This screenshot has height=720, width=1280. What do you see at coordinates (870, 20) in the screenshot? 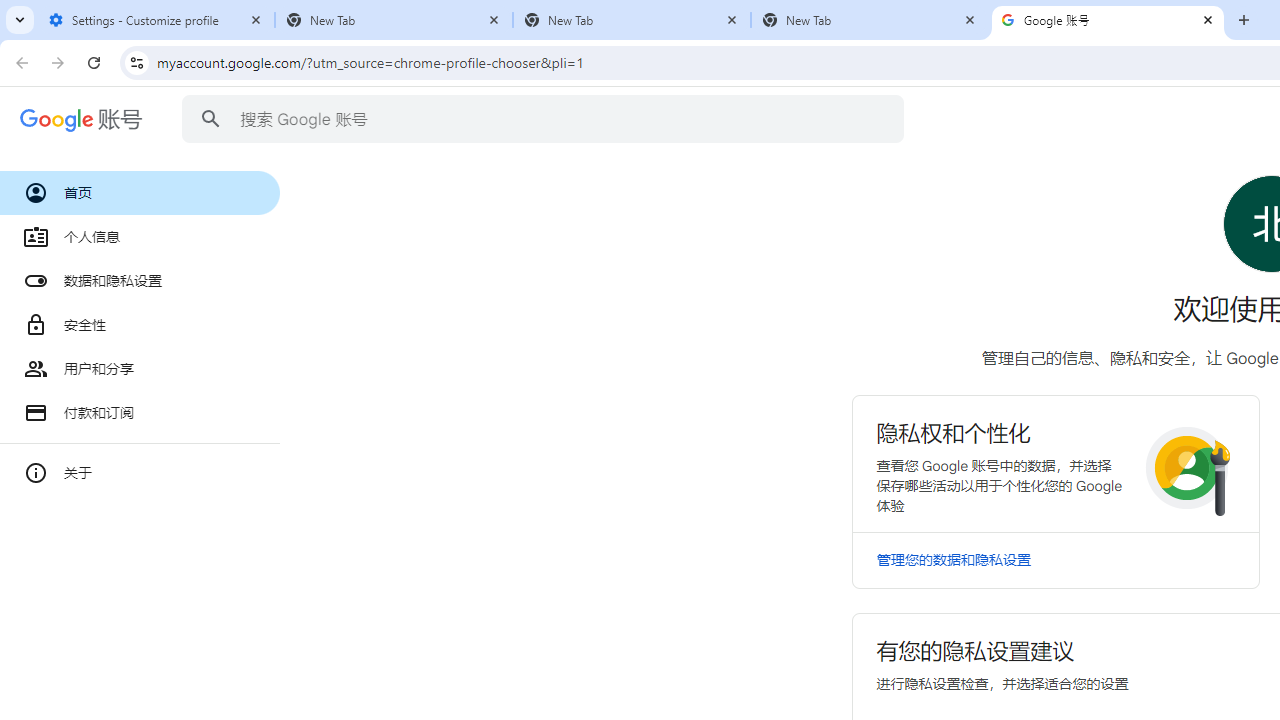
I see `'New Tab'` at bounding box center [870, 20].